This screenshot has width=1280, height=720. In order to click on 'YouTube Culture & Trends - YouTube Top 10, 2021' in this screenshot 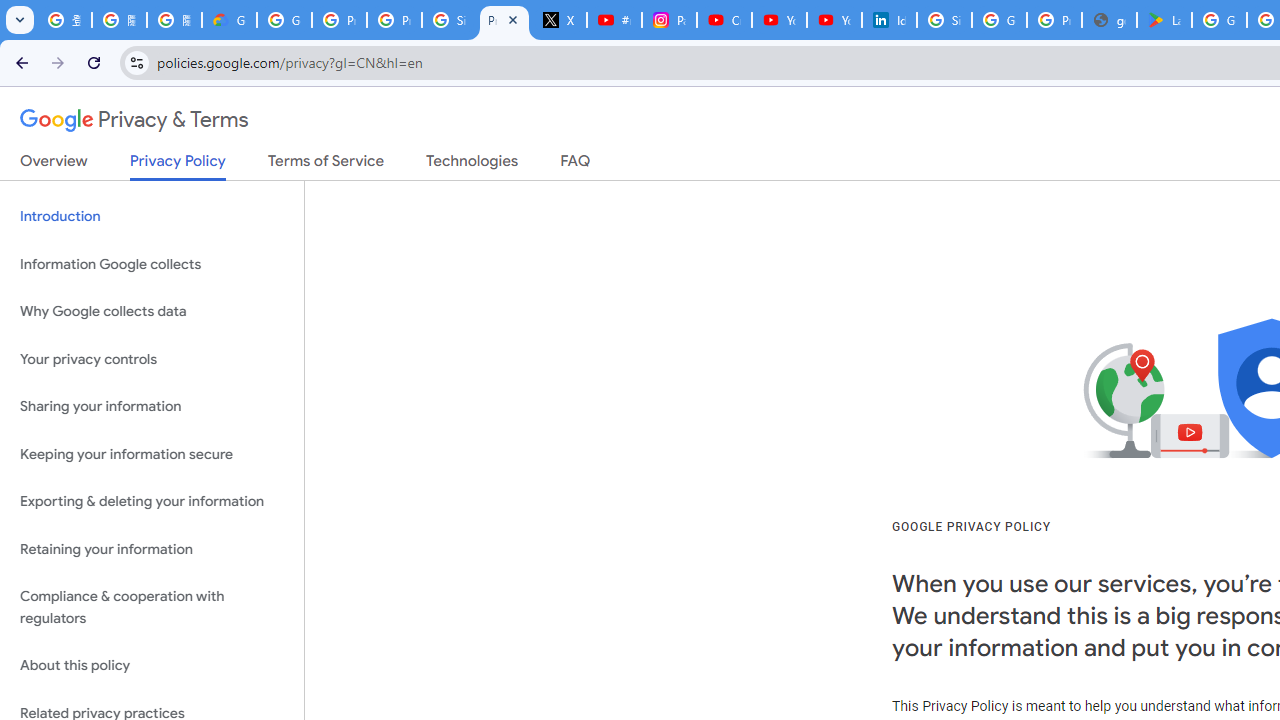, I will do `click(833, 20)`.